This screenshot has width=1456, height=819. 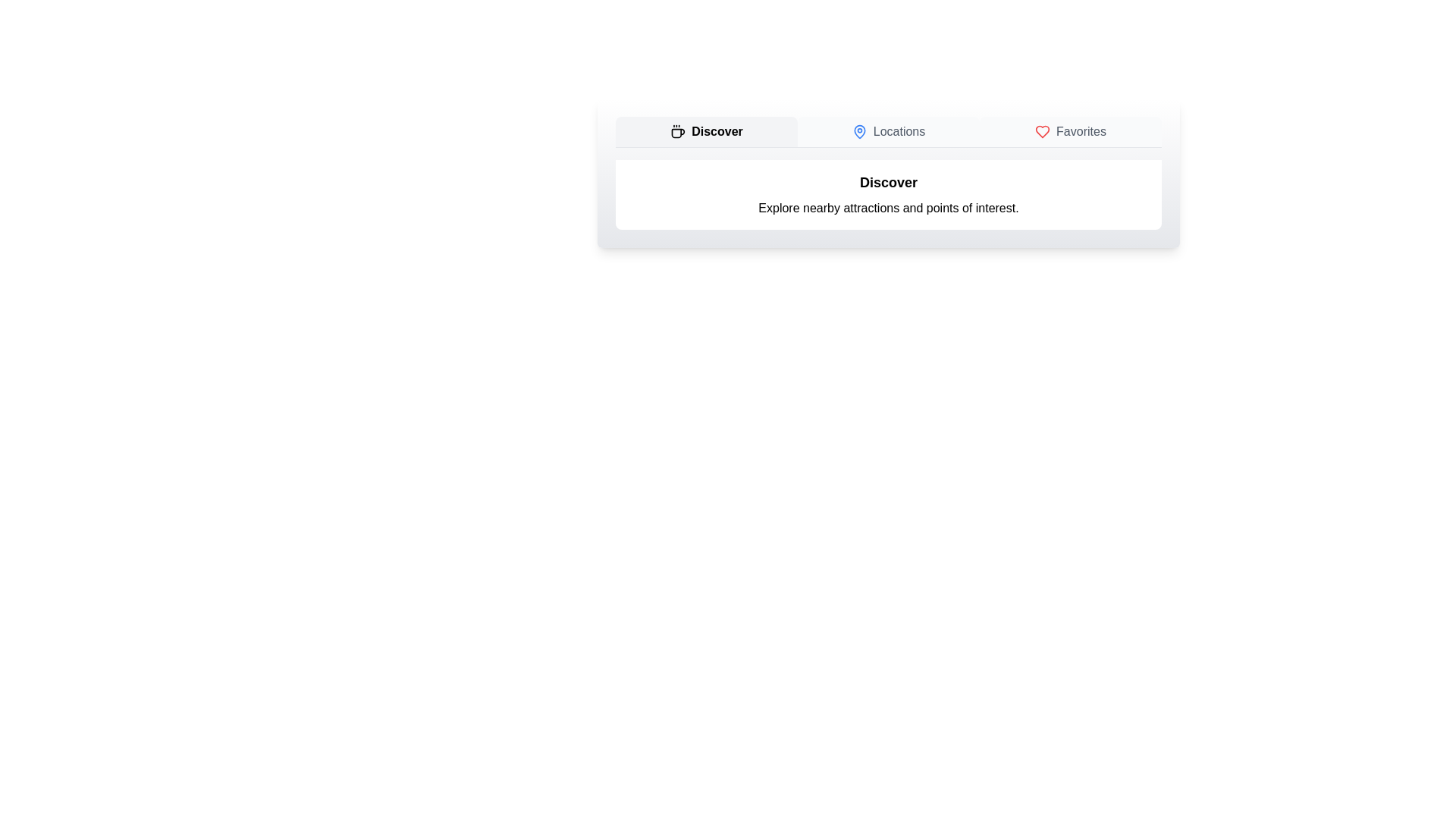 What do you see at coordinates (705, 130) in the screenshot?
I see `the tab labeled Discover` at bounding box center [705, 130].